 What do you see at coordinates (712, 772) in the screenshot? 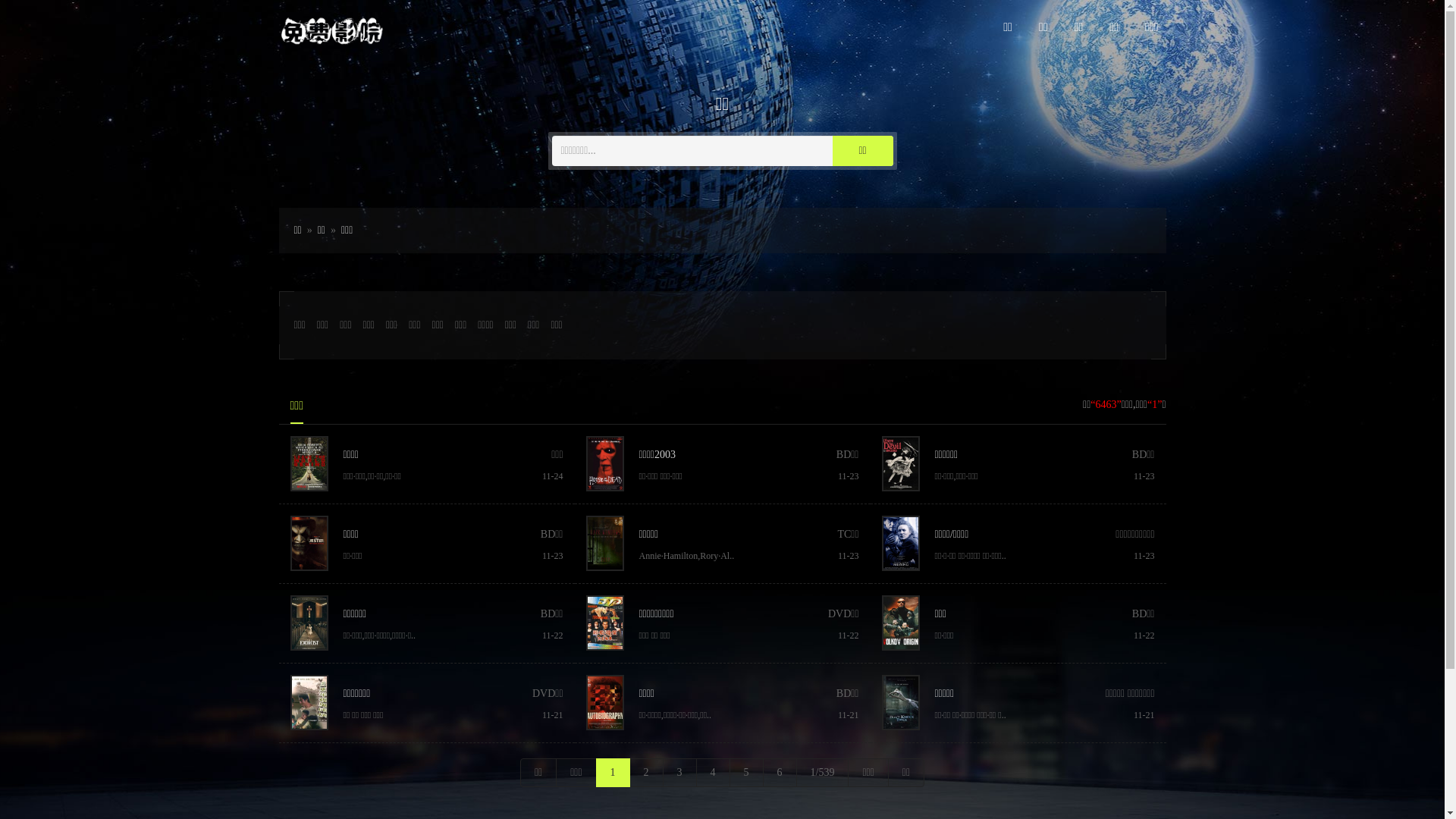
I see `'4'` at bounding box center [712, 772].